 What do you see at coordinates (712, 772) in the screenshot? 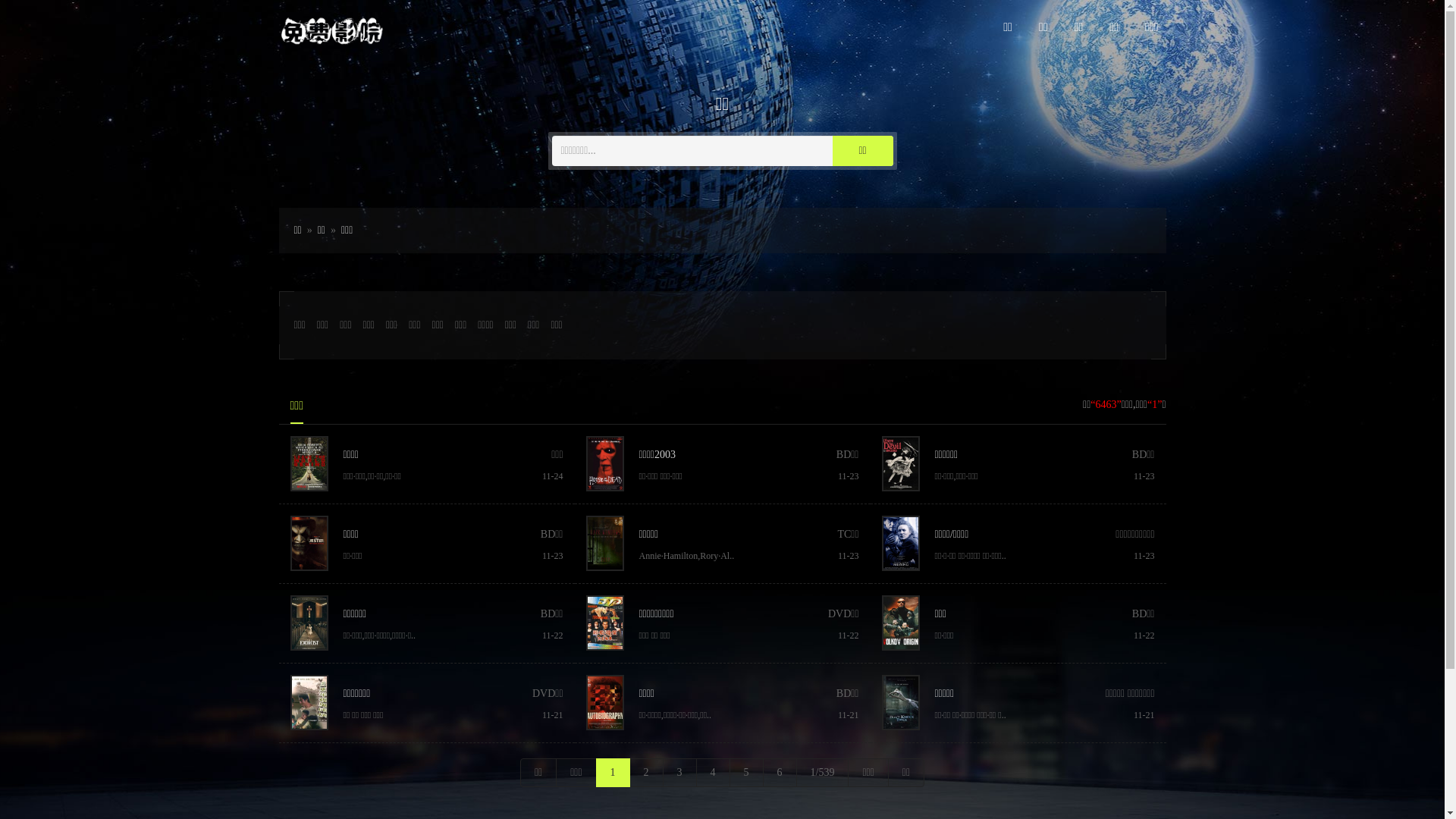
I see `'4'` at bounding box center [712, 772].